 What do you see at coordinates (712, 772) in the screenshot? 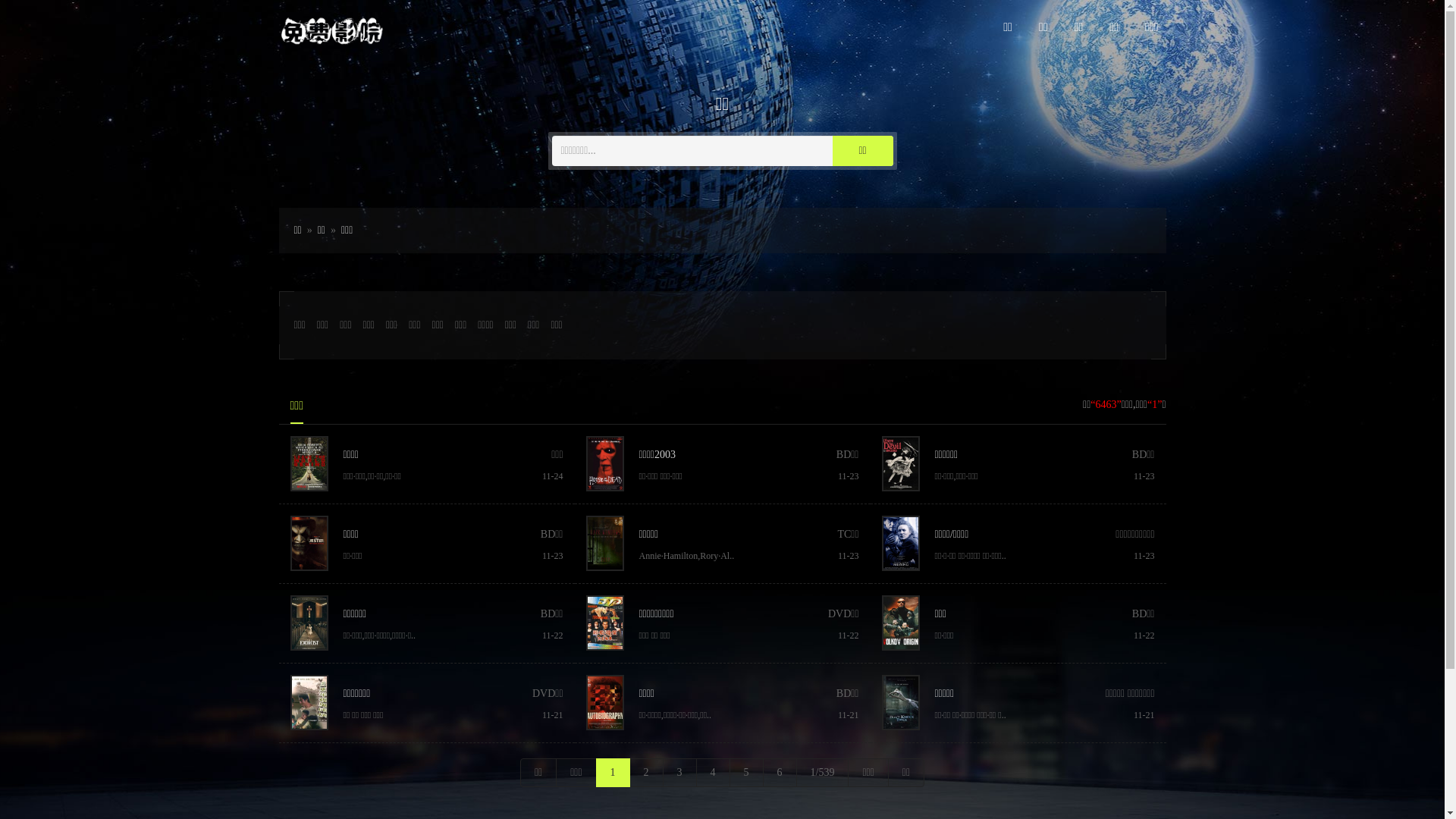
I see `'4'` at bounding box center [712, 772].